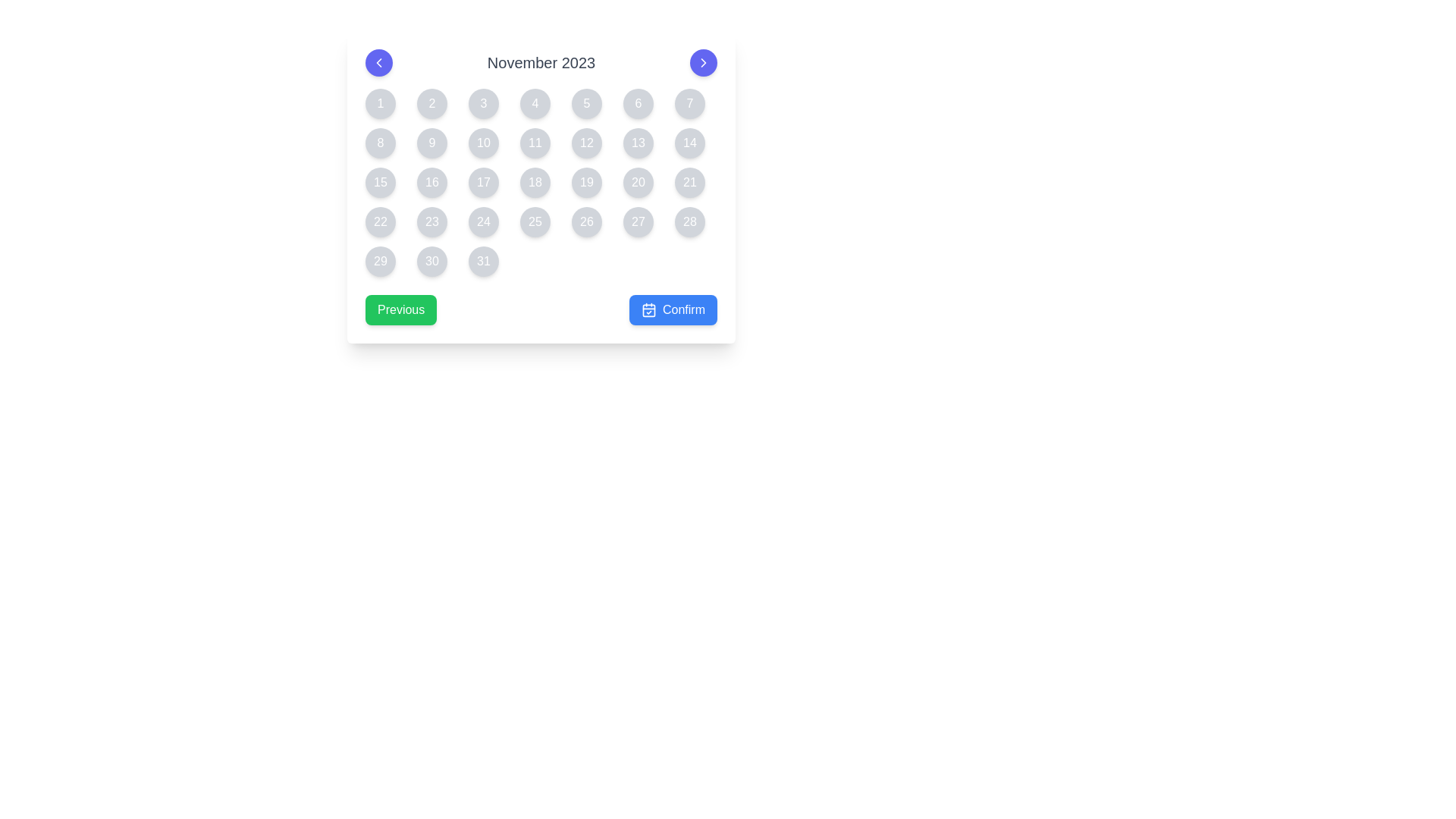 The height and width of the screenshot is (819, 1456). I want to click on the calendar day button representing the 15th of the month, so click(381, 181).